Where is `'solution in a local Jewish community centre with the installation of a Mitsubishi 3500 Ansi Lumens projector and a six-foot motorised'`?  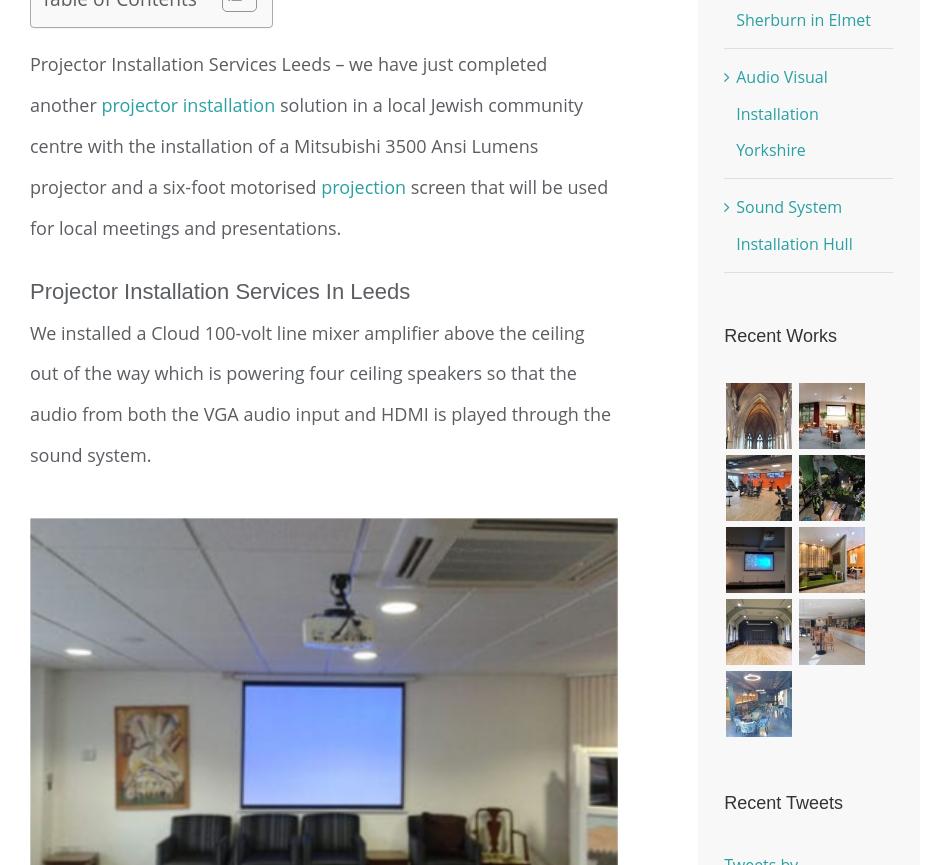 'solution in a local Jewish community centre with the installation of a Mitsubishi 3500 Ansi Lumens projector and a six-foot motorised' is located at coordinates (304, 144).